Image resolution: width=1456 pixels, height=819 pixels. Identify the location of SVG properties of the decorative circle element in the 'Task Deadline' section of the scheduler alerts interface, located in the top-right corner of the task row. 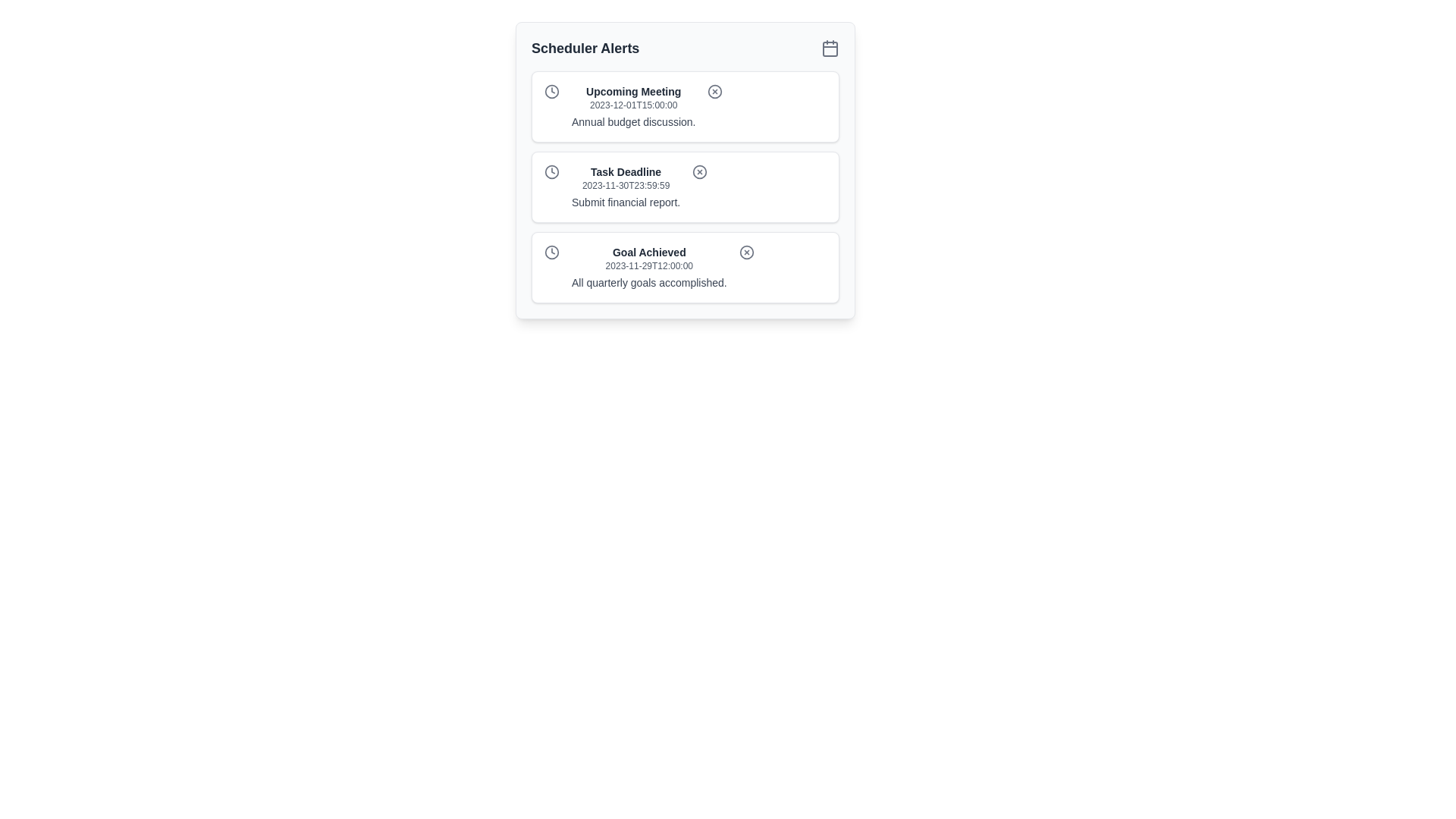
(699, 171).